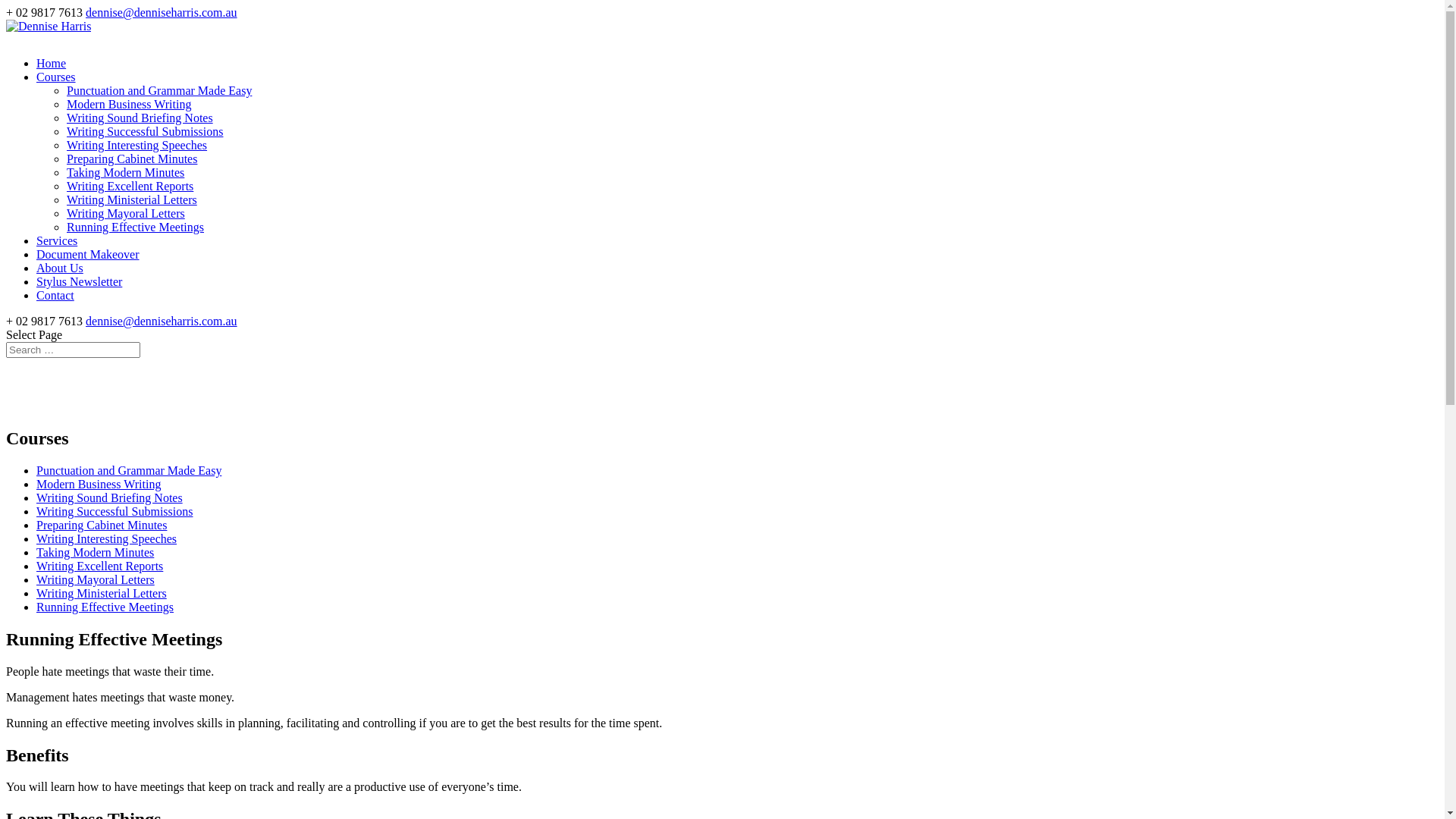 Image resolution: width=1456 pixels, height=819 pixels. What do you see at coordinates (94, 552) in the screenshot?
I see `'Taking Modern Minutes'` at bounding box center [94, 552].